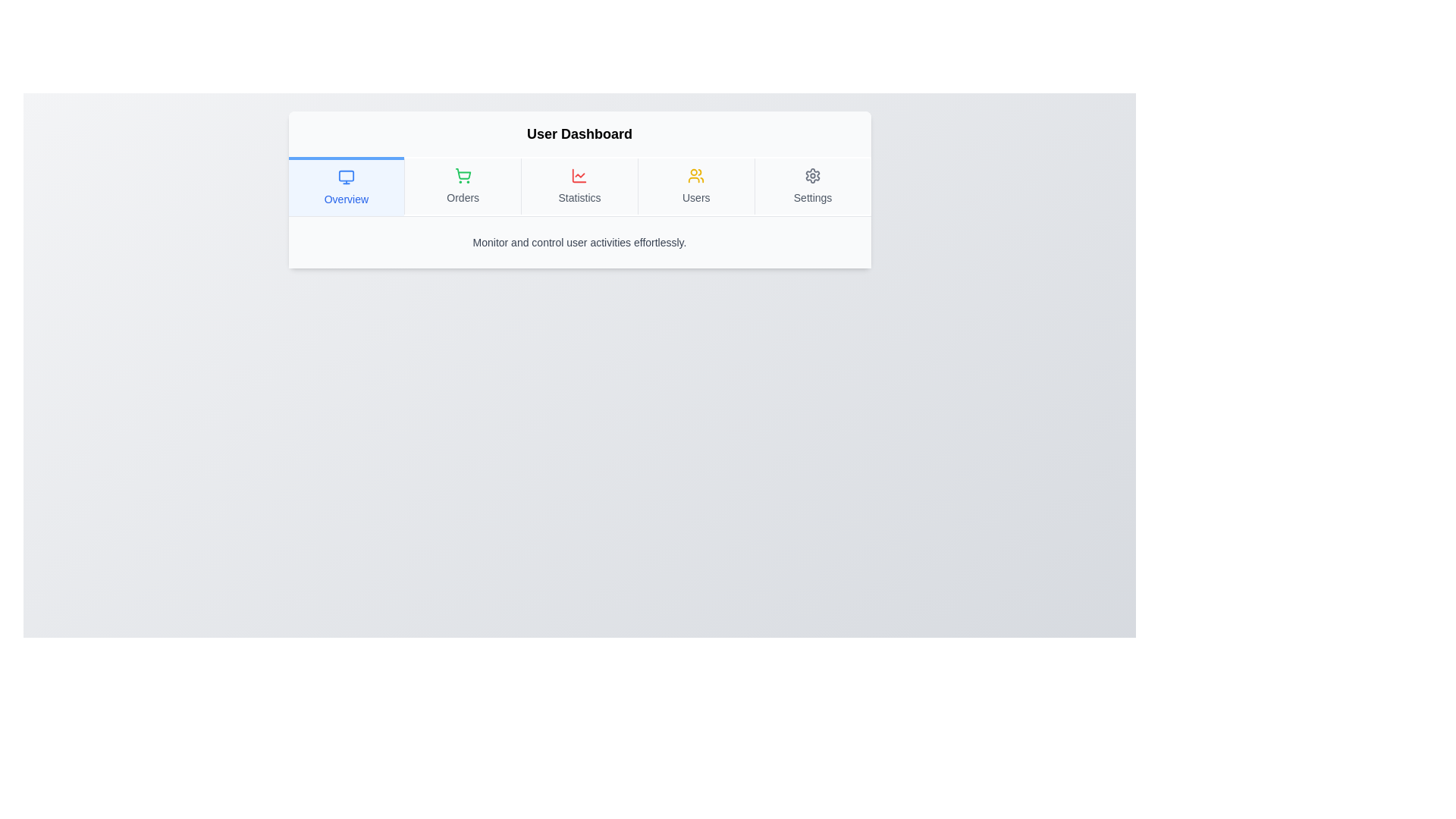  Describe the element at coordinates (579, 189) in the screenshot. I see `the 'Statistics' navigation link, which is the third item in the horizontal navigation bar below 'User Dashboard', positioned between 'Orders' and 'Users'` at that location.